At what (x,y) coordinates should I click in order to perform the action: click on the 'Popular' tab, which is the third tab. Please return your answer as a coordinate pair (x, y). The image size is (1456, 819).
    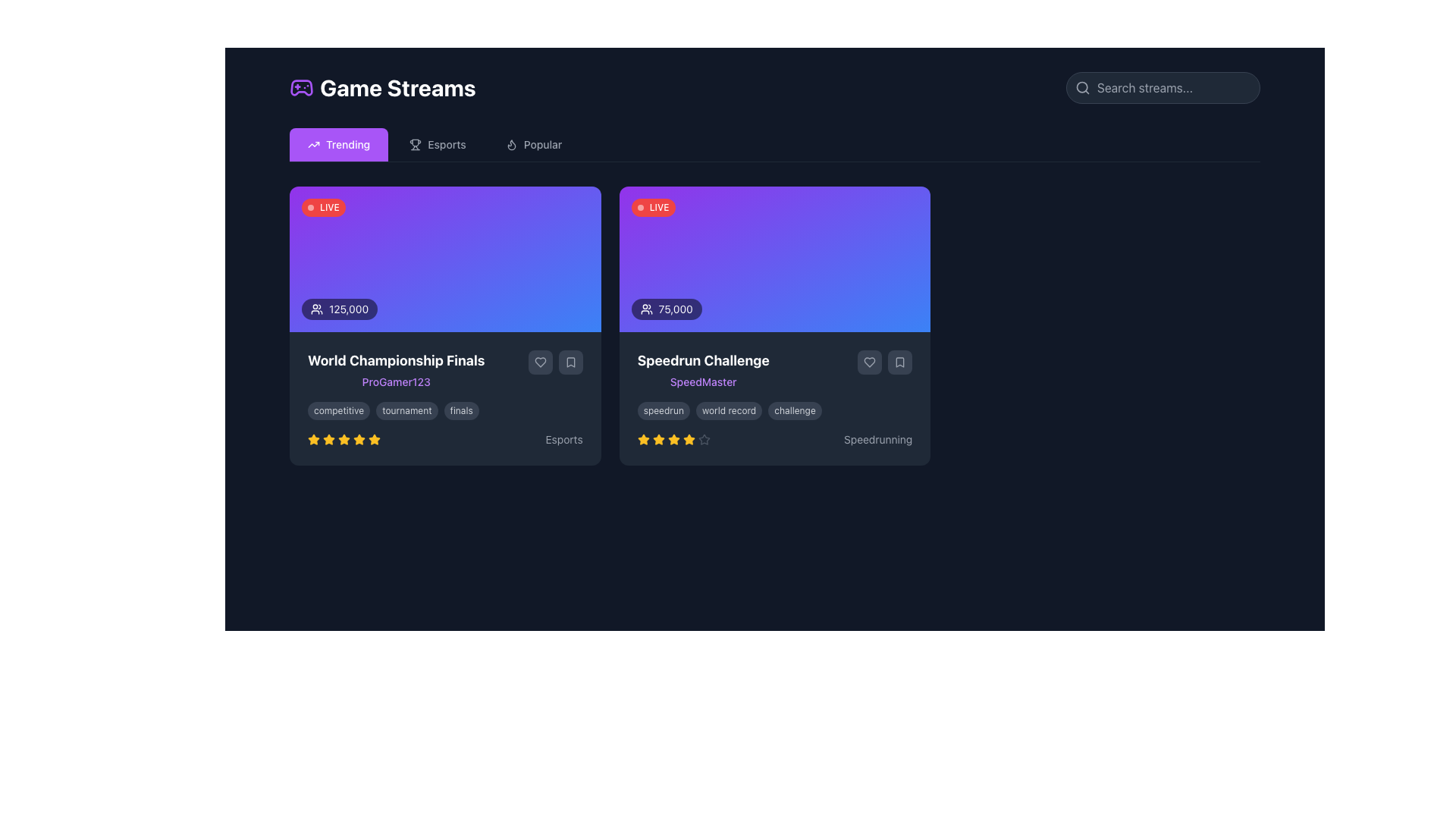
    Looking at the image, I should click on (534, 145).